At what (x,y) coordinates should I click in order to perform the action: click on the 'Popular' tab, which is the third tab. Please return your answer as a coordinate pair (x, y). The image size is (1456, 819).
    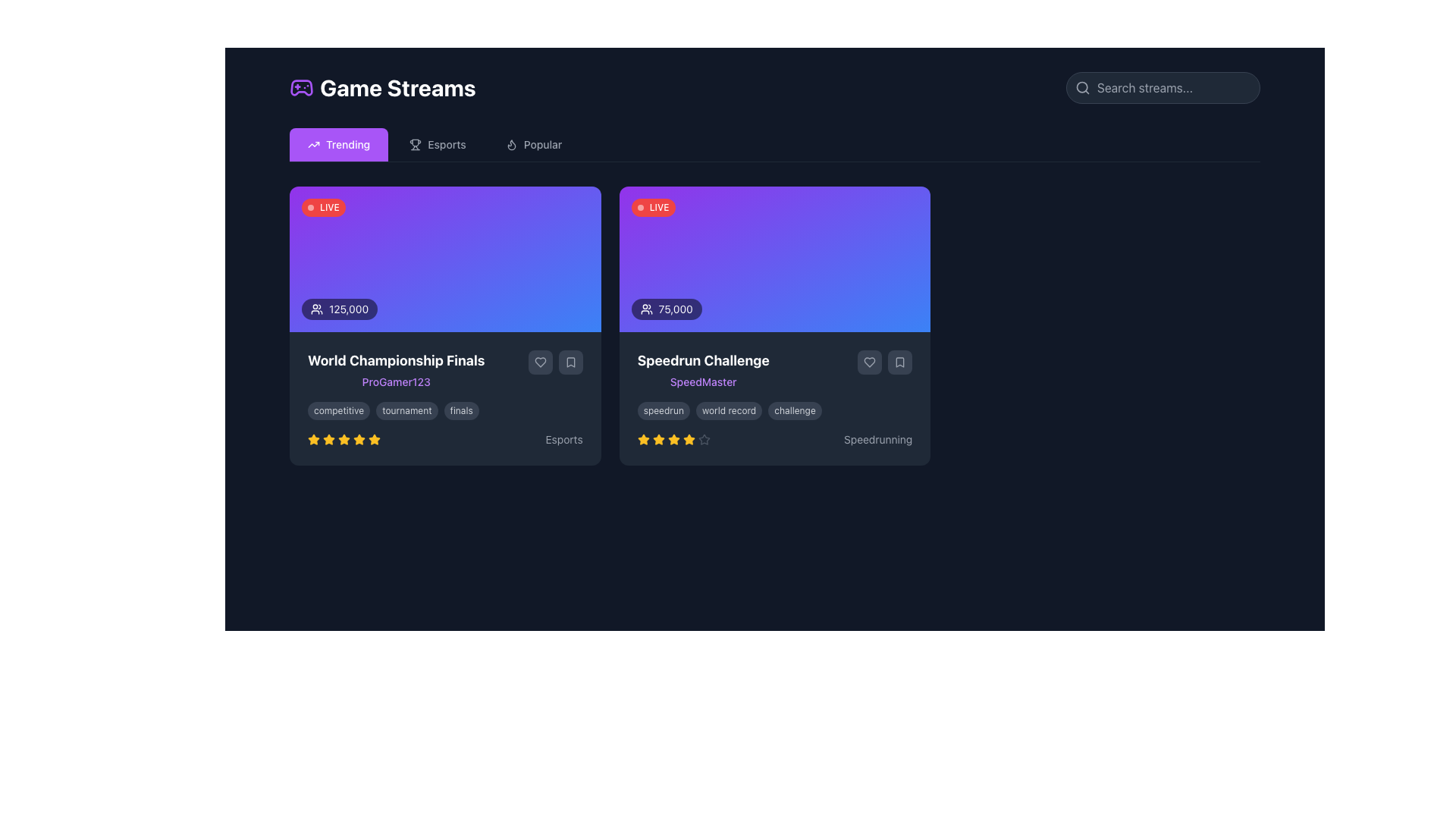
    Looking at the image, I should click on (534, 145).